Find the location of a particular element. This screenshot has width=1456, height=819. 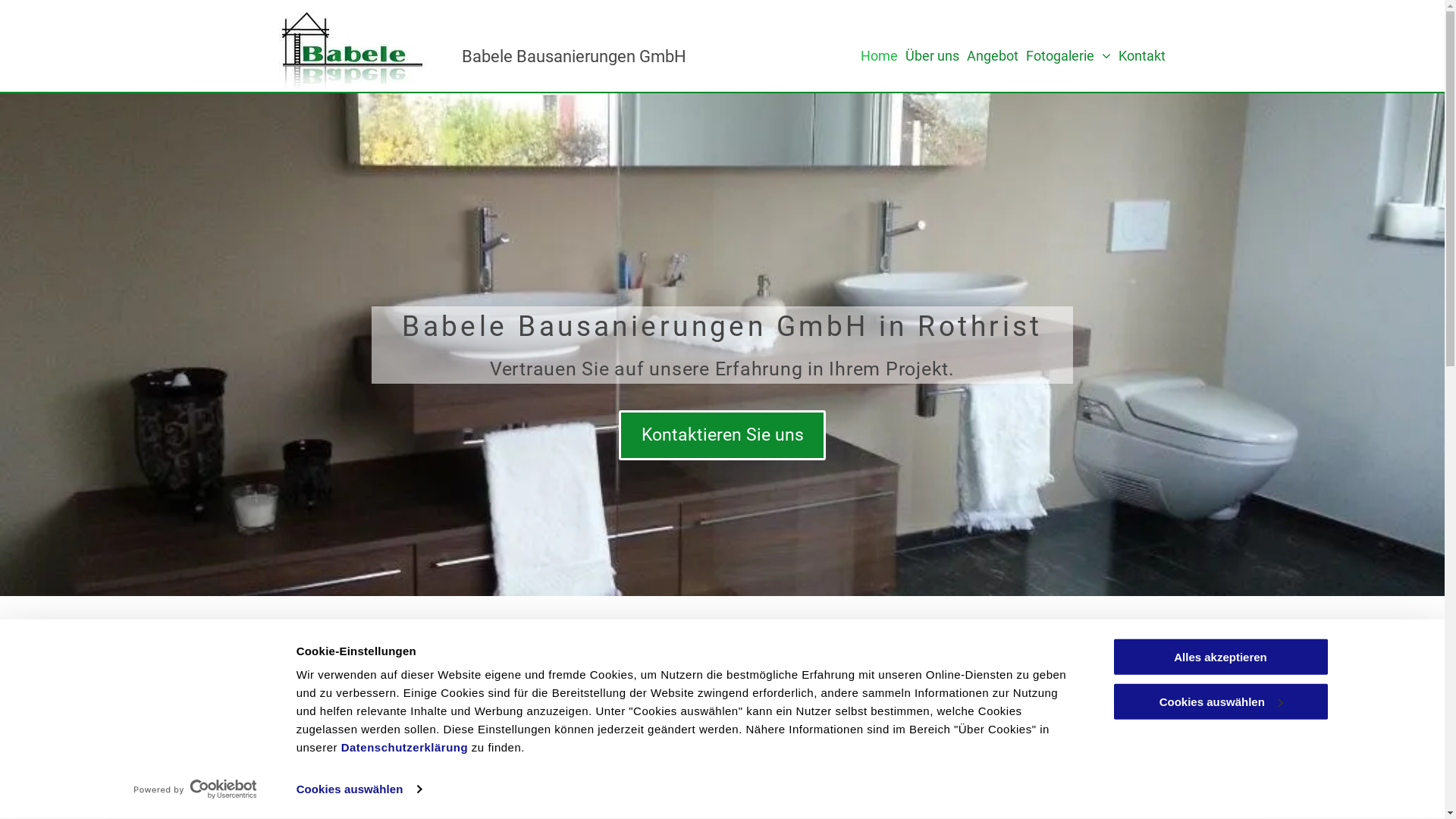

'Home' is located at coordinates (879, 55).